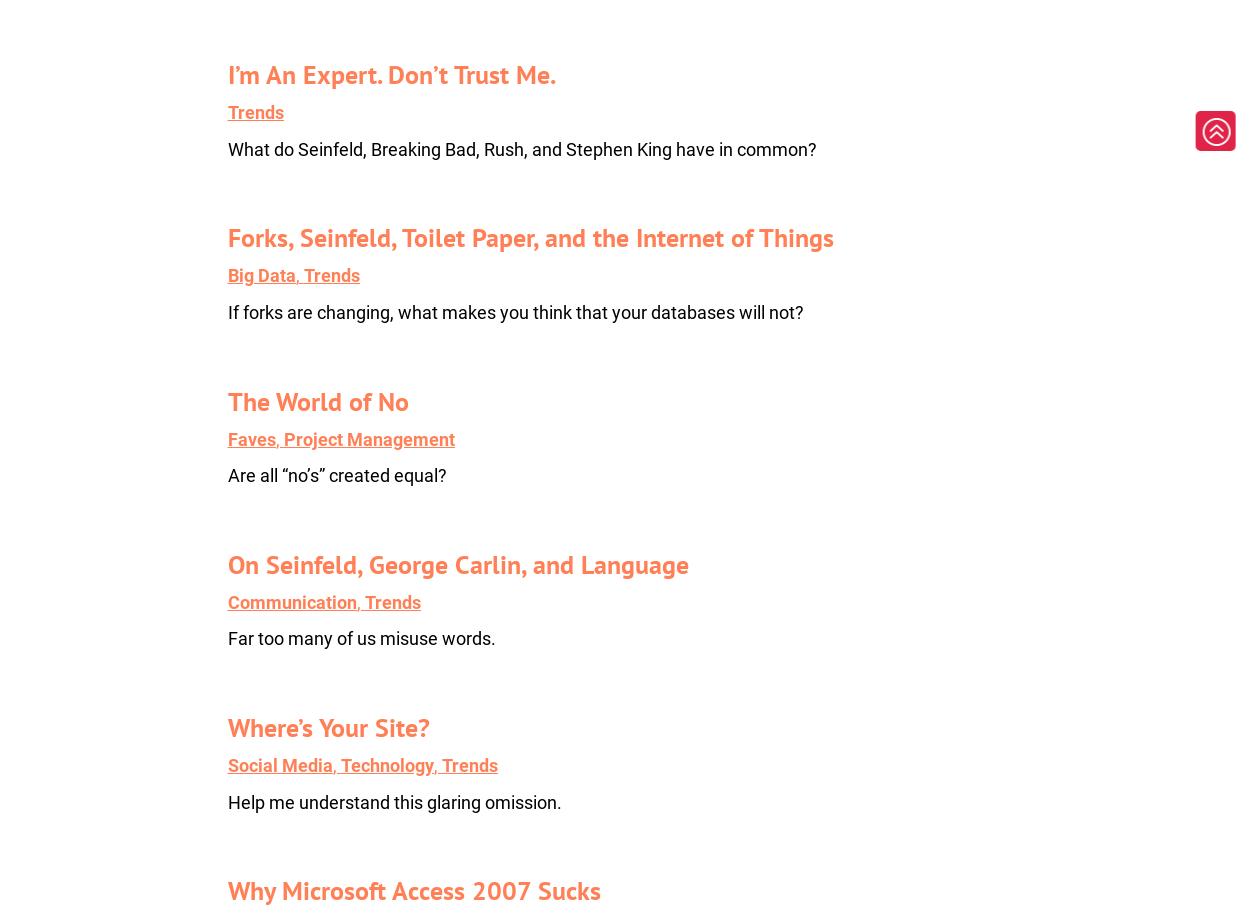  What do you see at coordinates (515, 312) in the screenshot?
I see `'If forks are changing, what makes you think that your databases will not?'` at bounding box center [515, 312].